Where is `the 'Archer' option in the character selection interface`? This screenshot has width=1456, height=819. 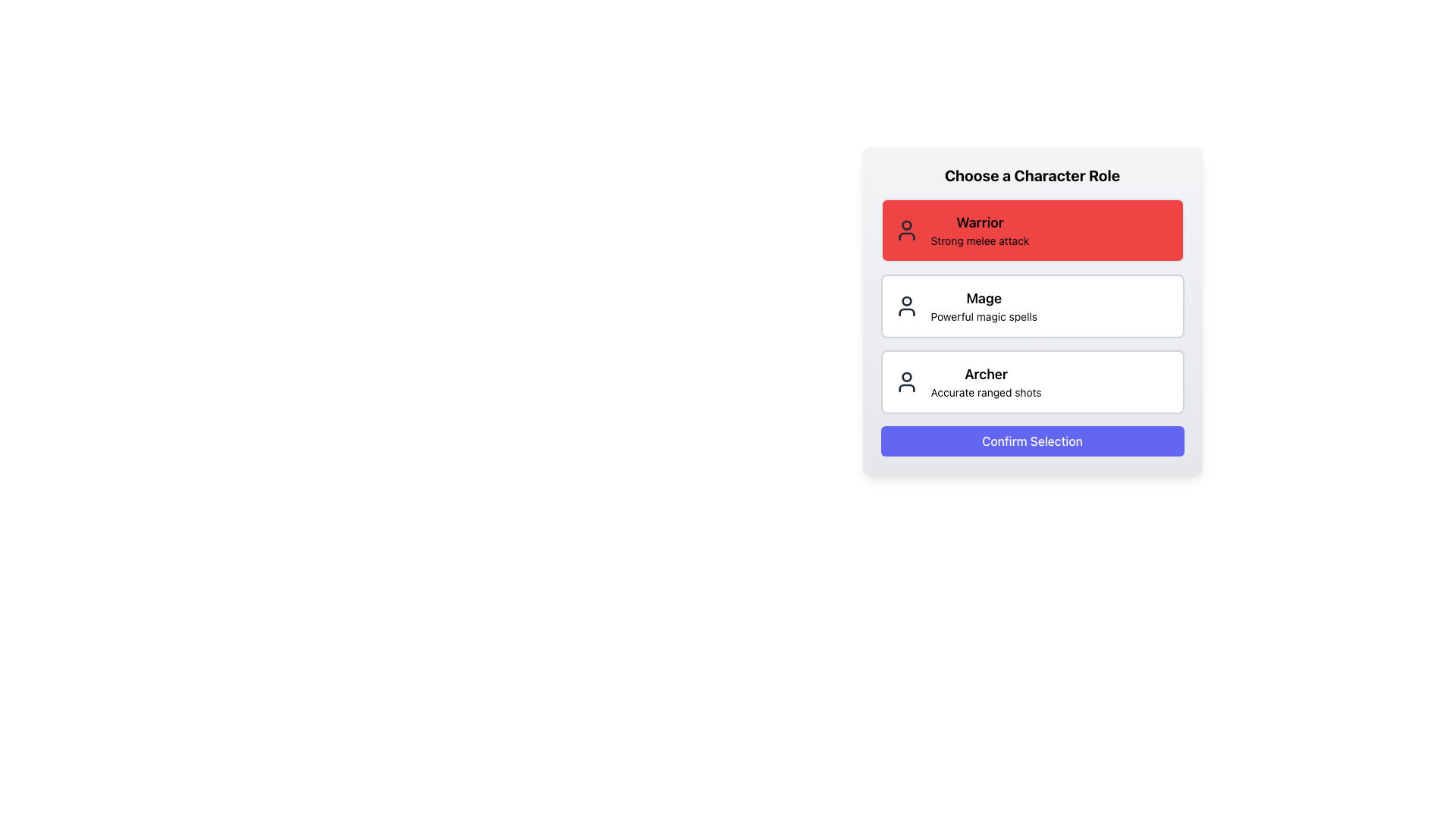 the 'Archer' option in the character selection interface is located at coordinates (986, 381).